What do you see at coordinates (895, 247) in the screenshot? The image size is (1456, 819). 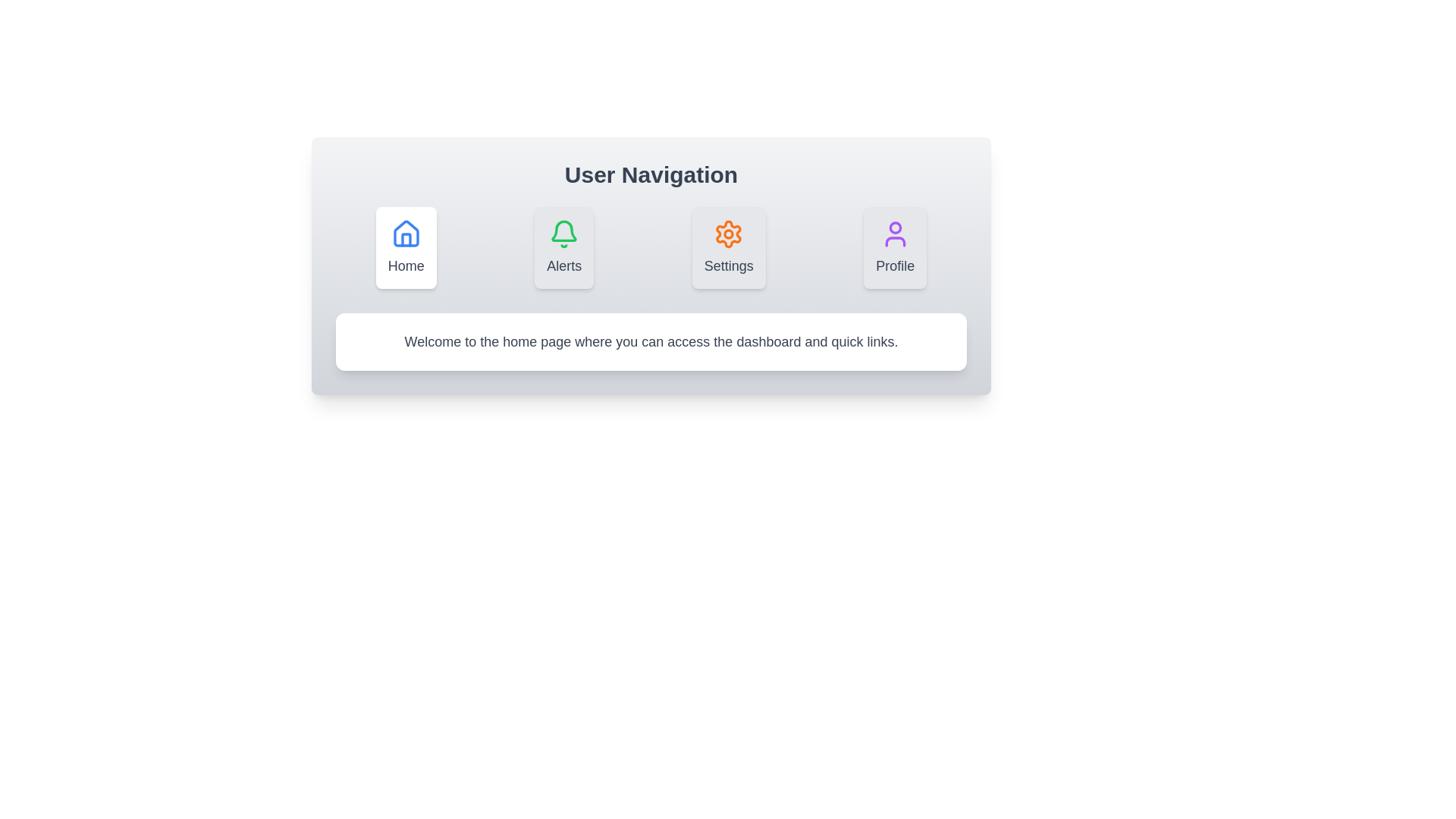 I see `the tab labeled Profile` at bounding box center [895, 247].